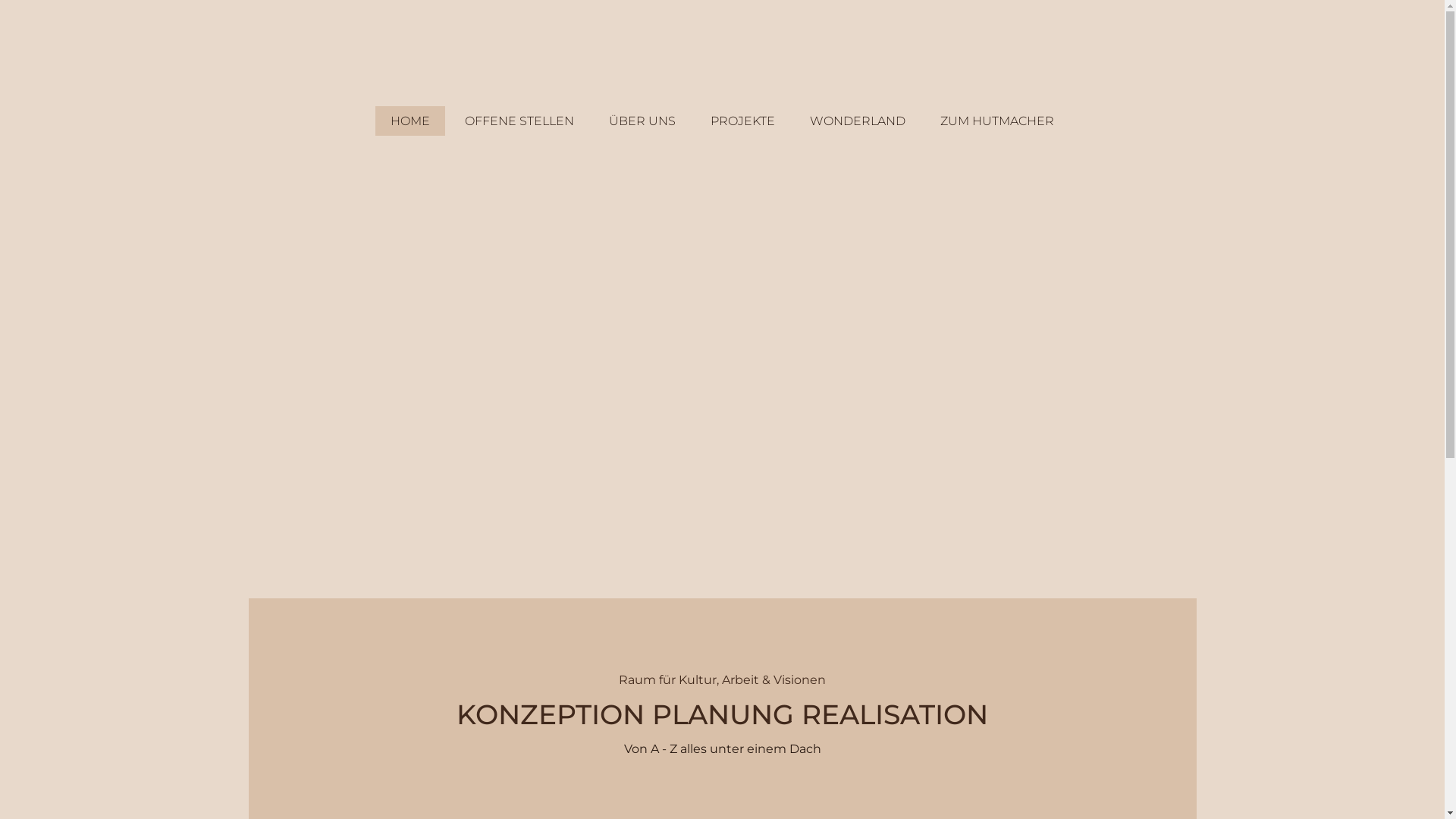  What do you see at coordinates (793, 120) in the screenshot?
I see `'WONDERLAND'` at bounding box center [793, 120].